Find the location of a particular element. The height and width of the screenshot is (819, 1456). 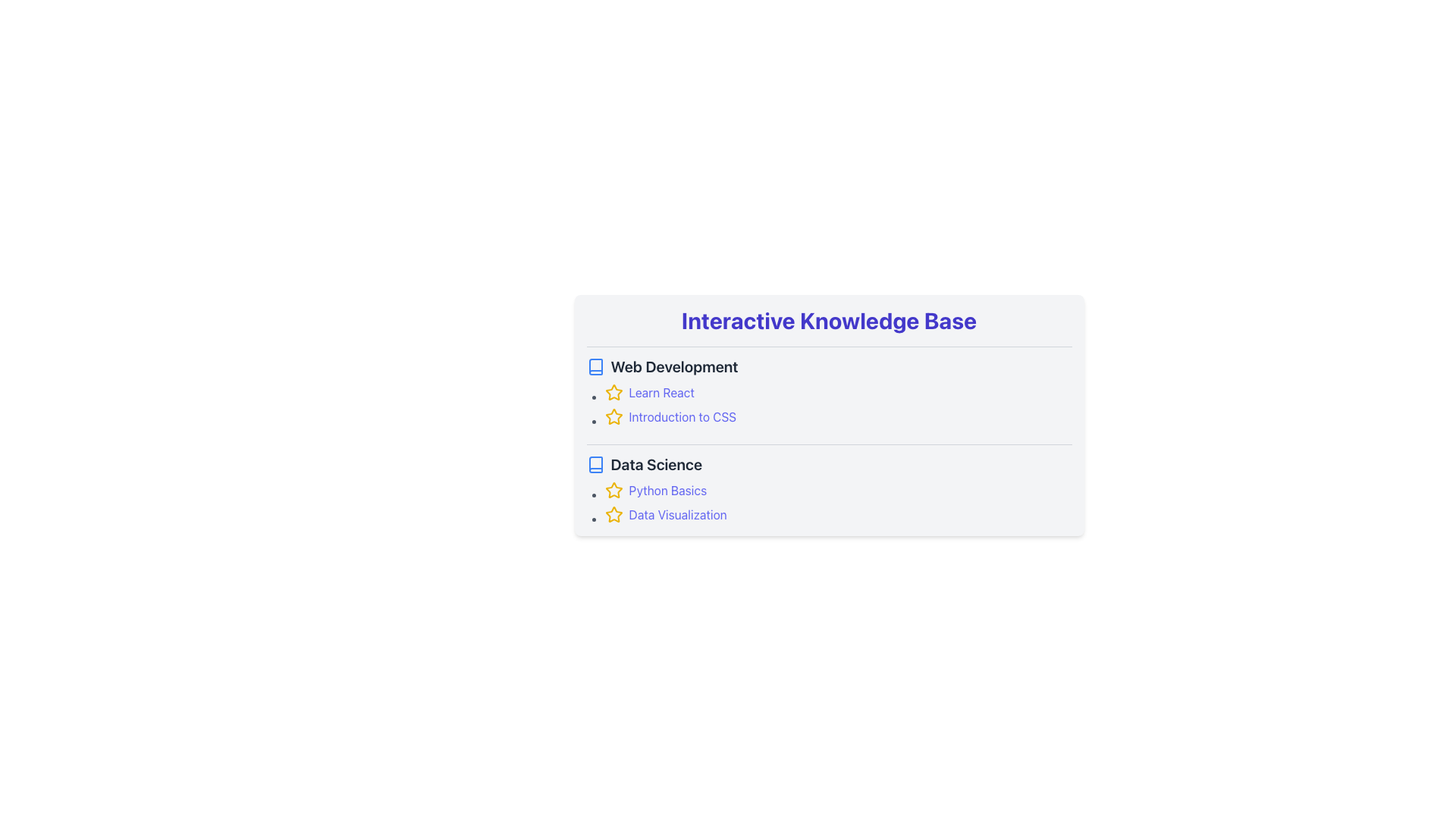

the yellow star-shaped icon with a bold outline located to the left of the text 'Learn React' in the 'Web Development' section is located at coordinates (613, 490).